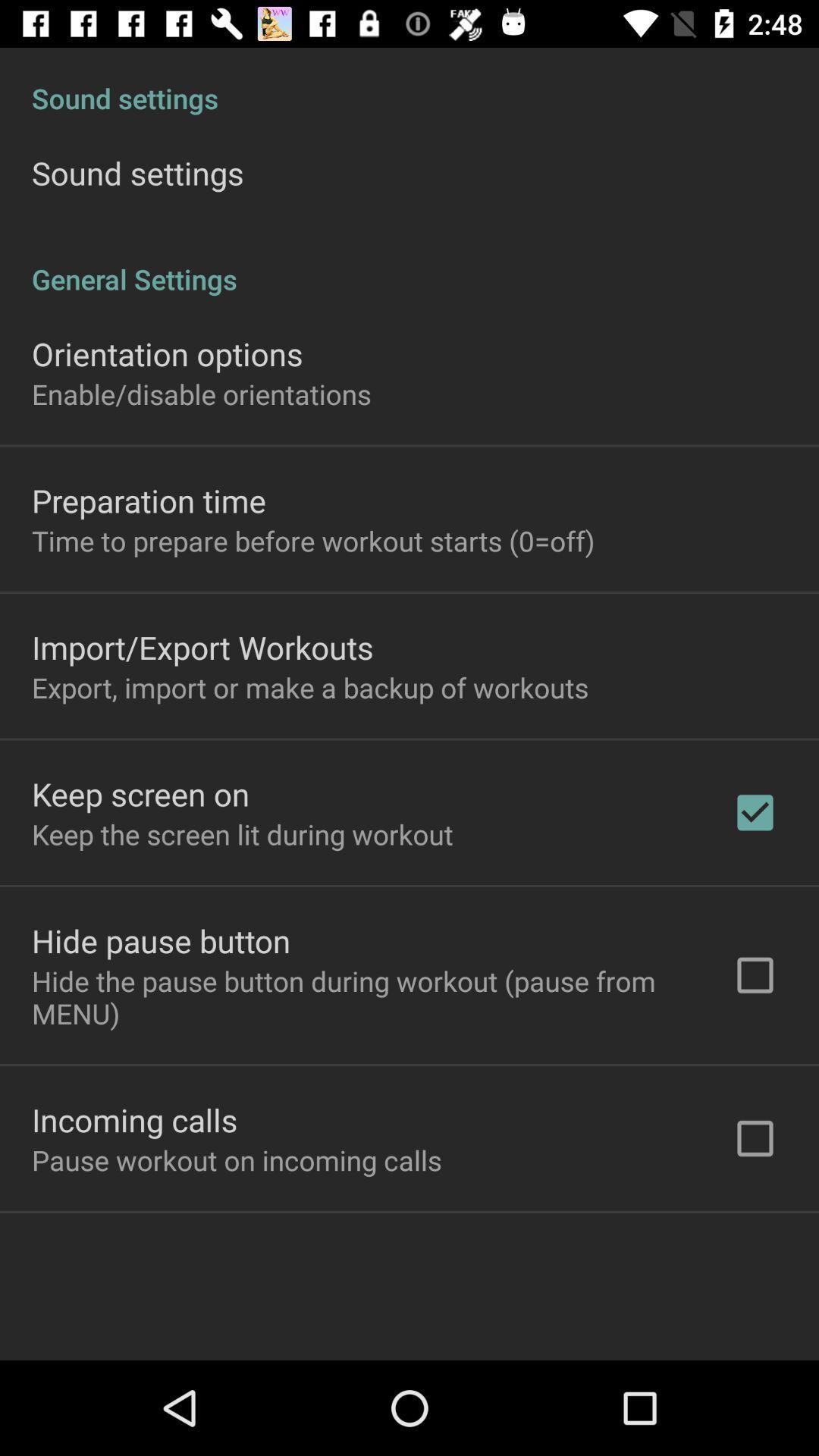 The width and height of the screenshot is (819, 1456). I want to click on app below preparation time app, so click(312, 541).